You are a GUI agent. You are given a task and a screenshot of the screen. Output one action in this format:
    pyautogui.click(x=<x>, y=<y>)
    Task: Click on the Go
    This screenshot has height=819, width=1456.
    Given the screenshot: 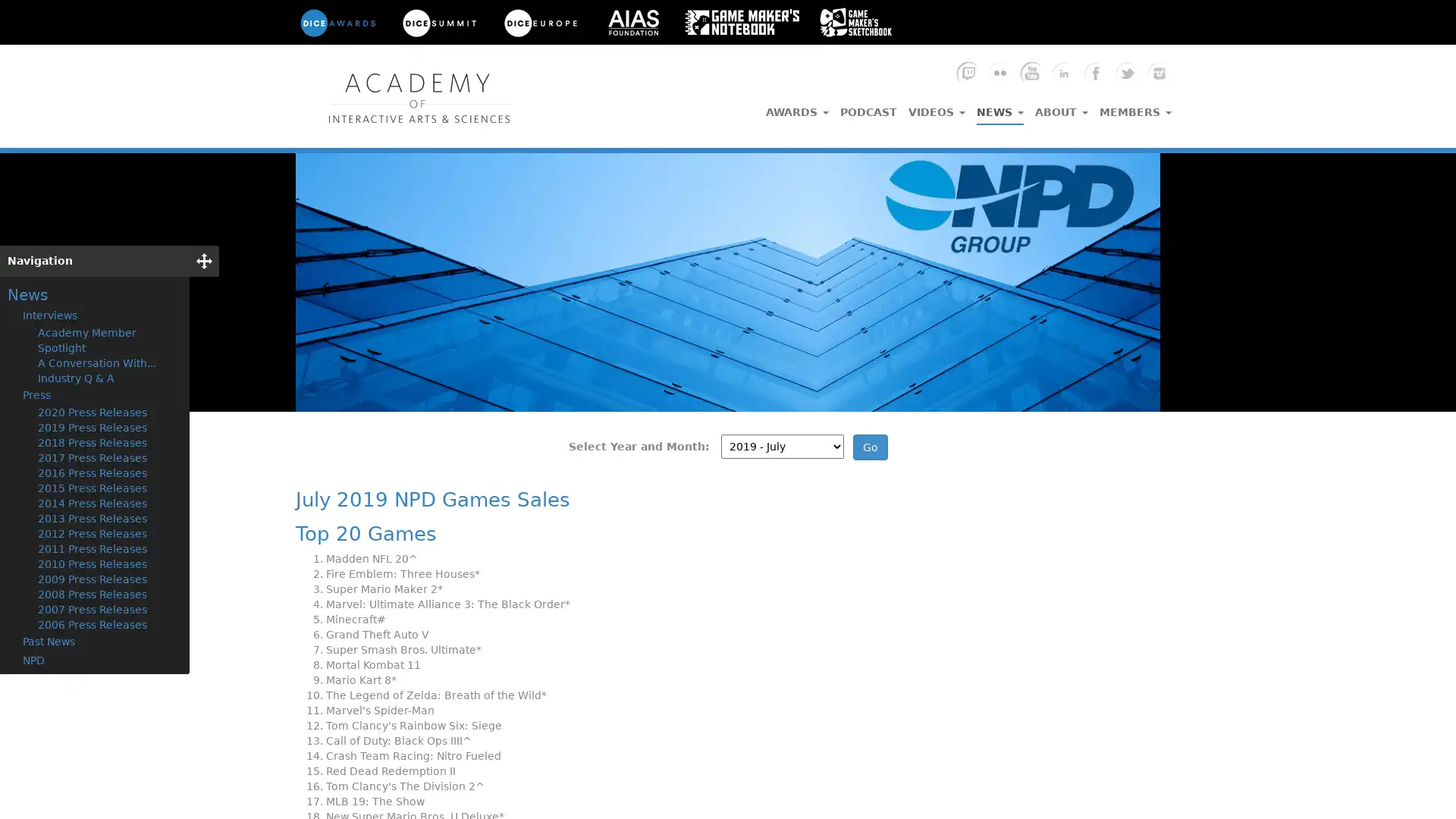 What is the action you would take?
    pyautogui.click(x=870, y=447)
    